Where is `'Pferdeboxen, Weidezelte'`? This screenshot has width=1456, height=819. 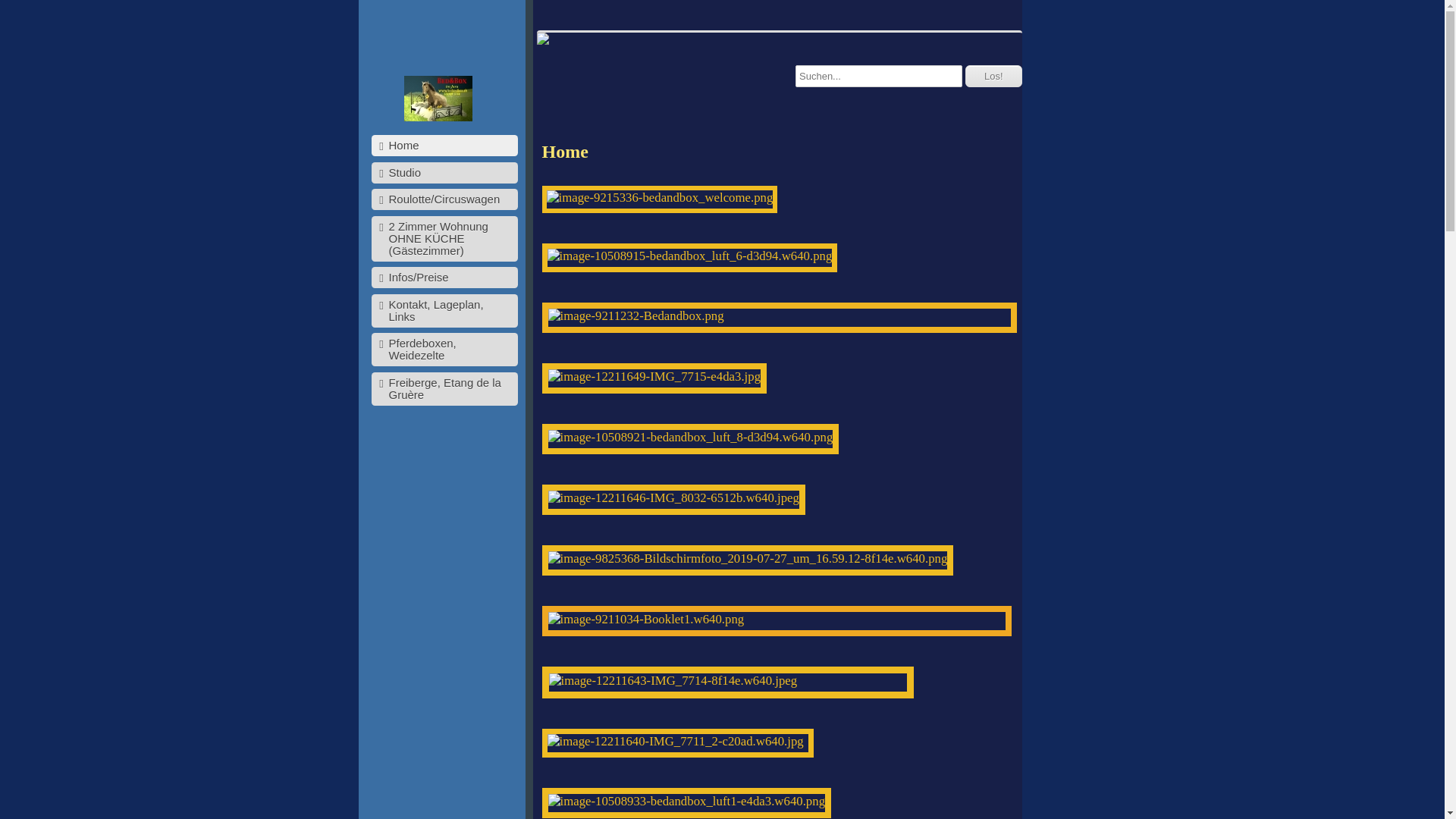 'Pferdeboxen, Weidezelte' is located at coordinates (444, 350).